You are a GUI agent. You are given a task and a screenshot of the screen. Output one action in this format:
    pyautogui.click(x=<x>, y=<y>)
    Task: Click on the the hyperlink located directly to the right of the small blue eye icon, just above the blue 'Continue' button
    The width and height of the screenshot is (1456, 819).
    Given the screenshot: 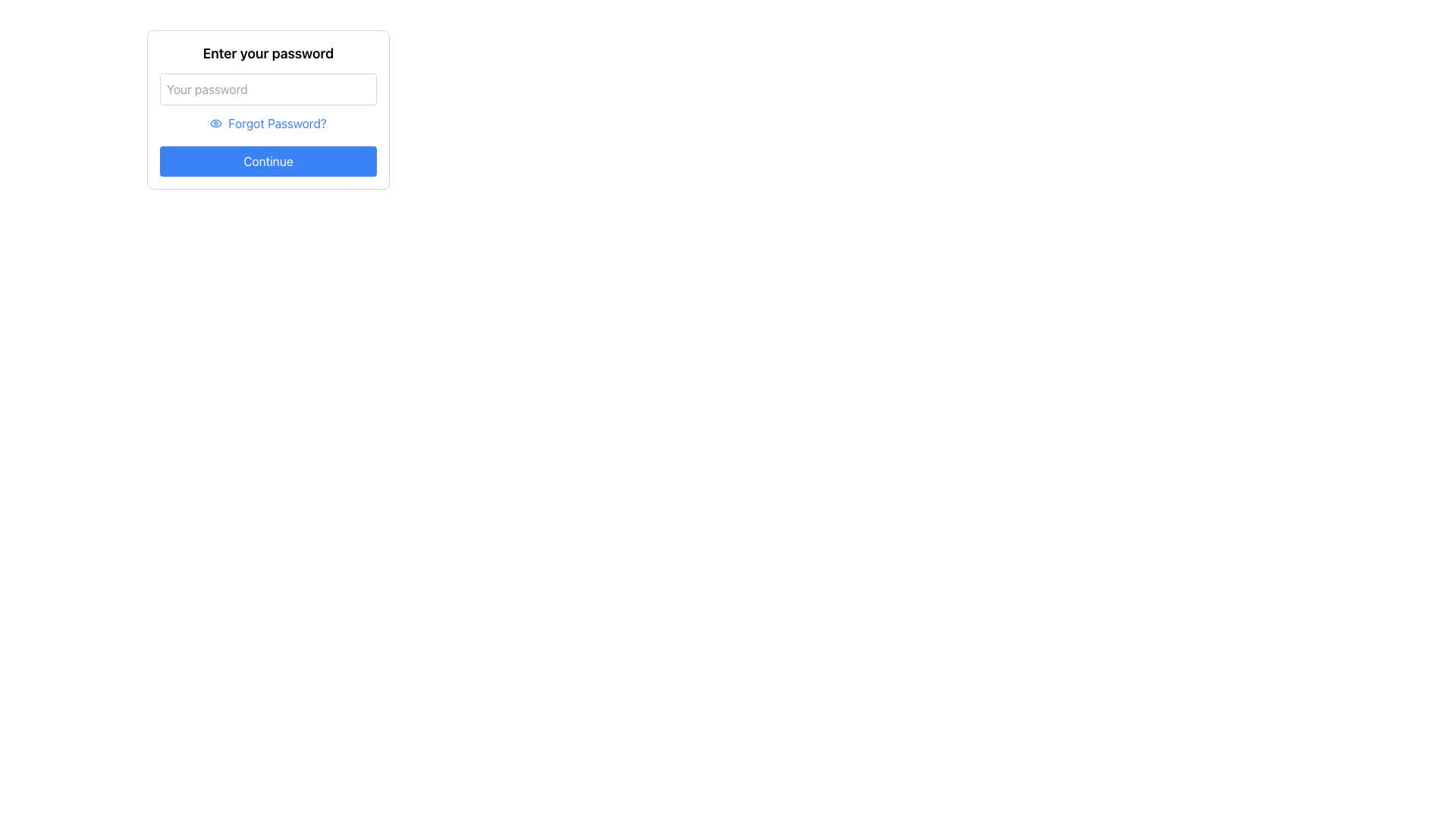 What is the action you would take?
    pyautogui.click(x=277, y=122)
    